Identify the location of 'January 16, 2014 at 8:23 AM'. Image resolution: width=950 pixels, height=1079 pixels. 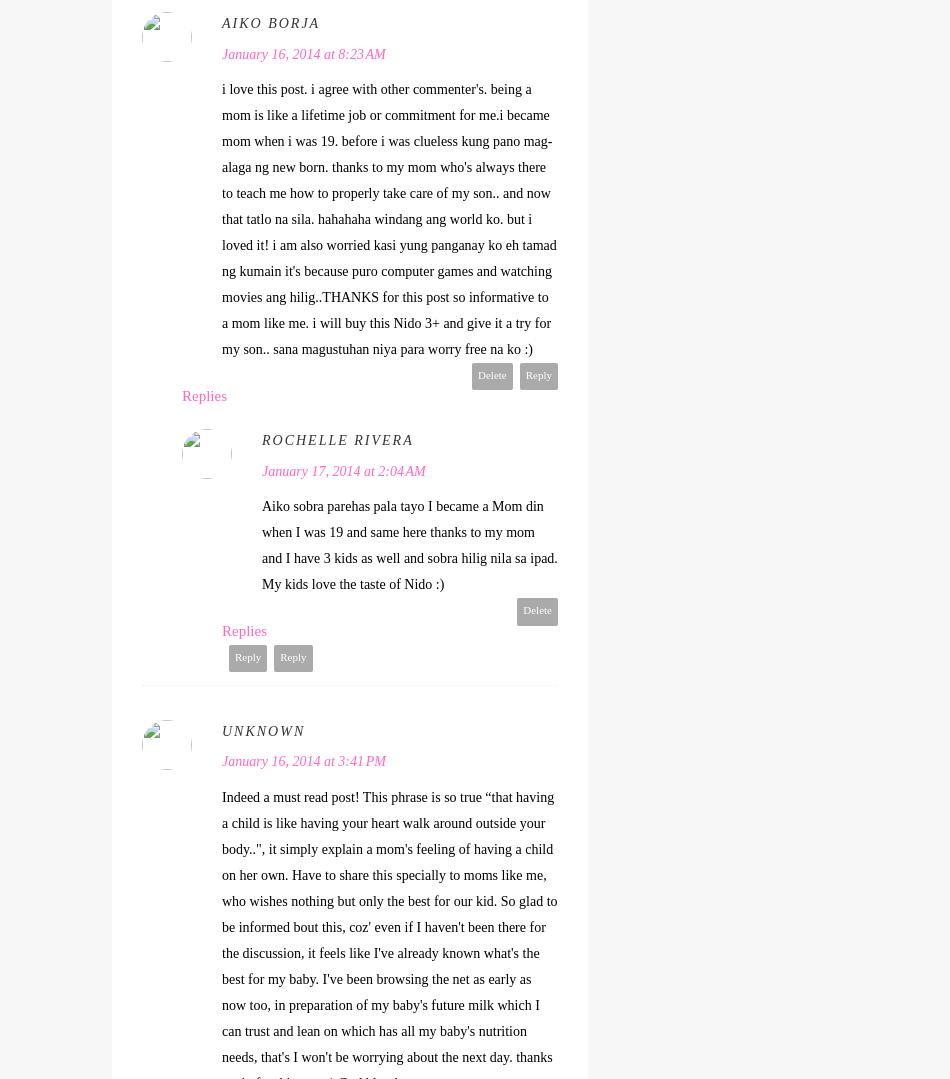
(302, 52).